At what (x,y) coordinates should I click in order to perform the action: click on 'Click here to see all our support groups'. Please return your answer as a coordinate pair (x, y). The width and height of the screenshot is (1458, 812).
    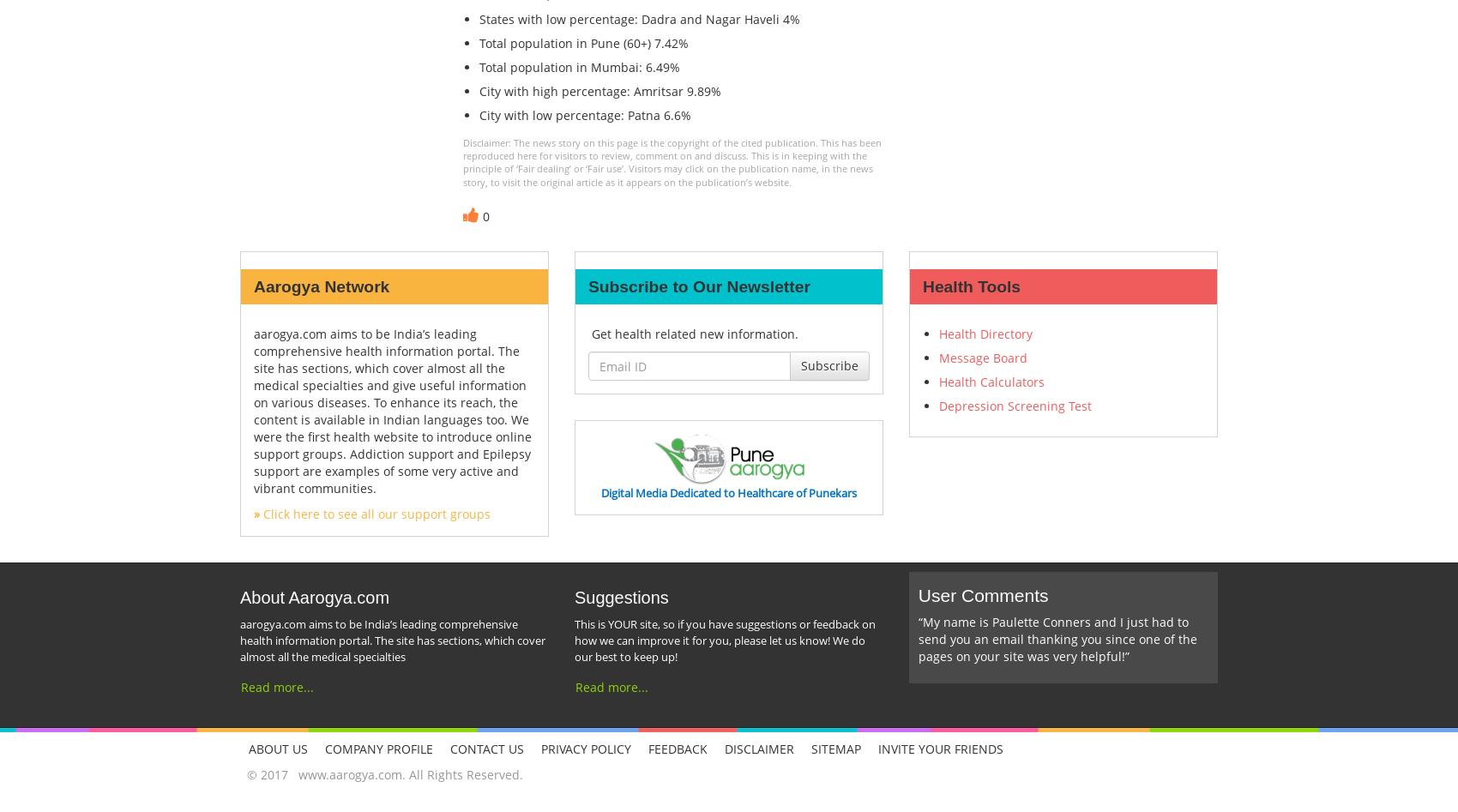
    Looking at the image, I should click on (375, 514).